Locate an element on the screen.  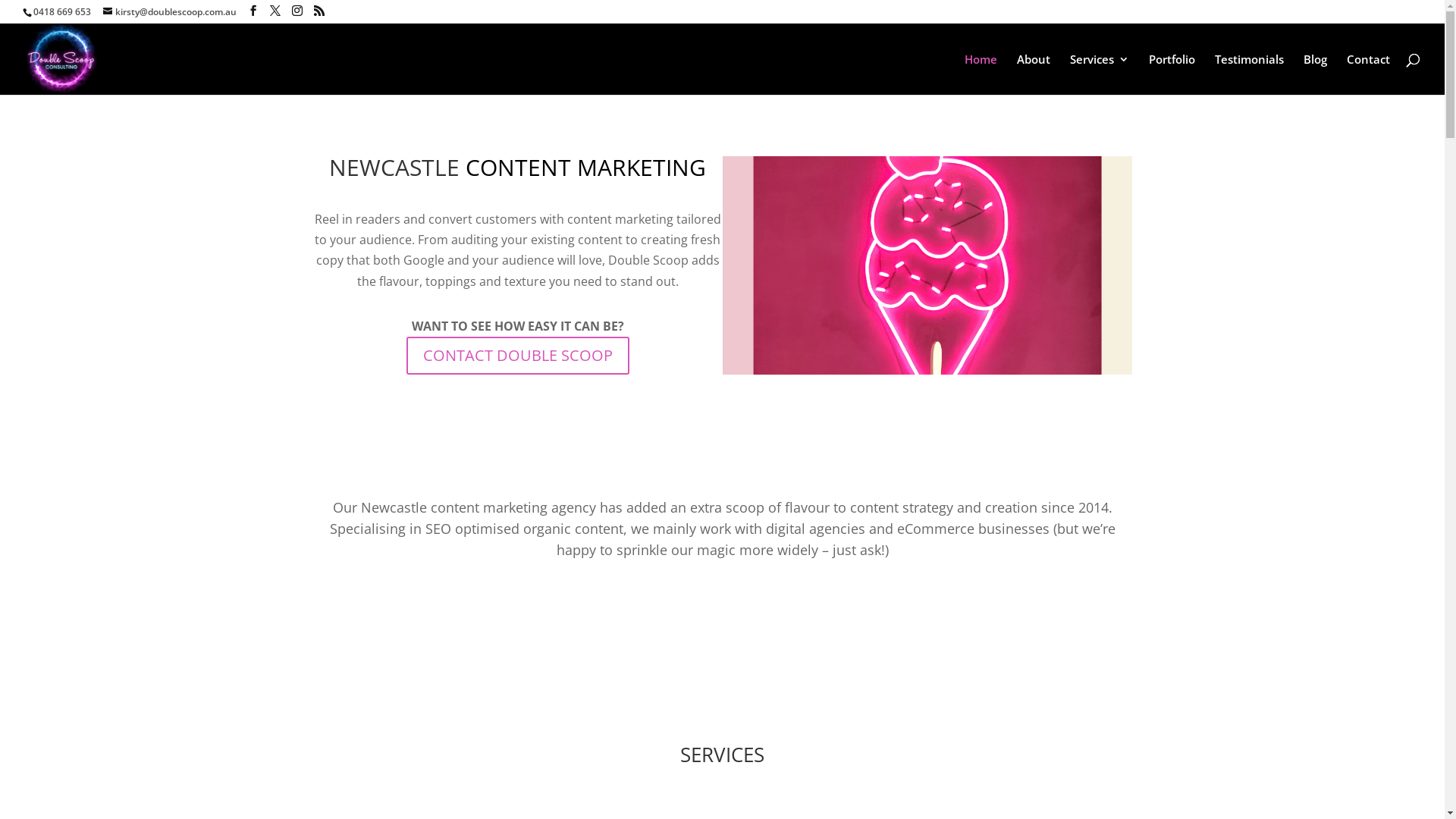
'About' is located at coordinates (720, 601).